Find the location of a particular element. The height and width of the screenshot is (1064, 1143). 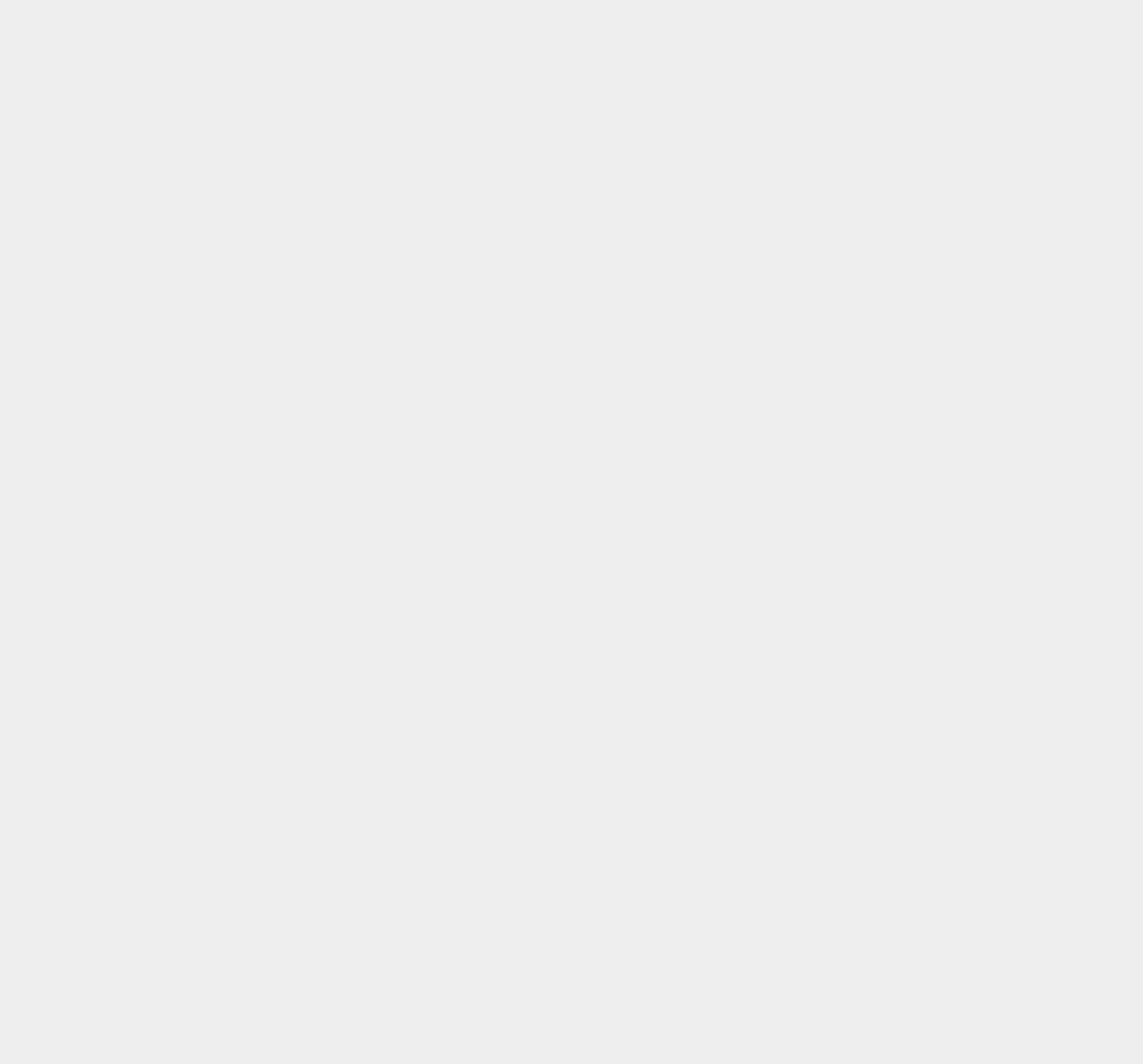

'Android' is located at coordinates (831, 640).